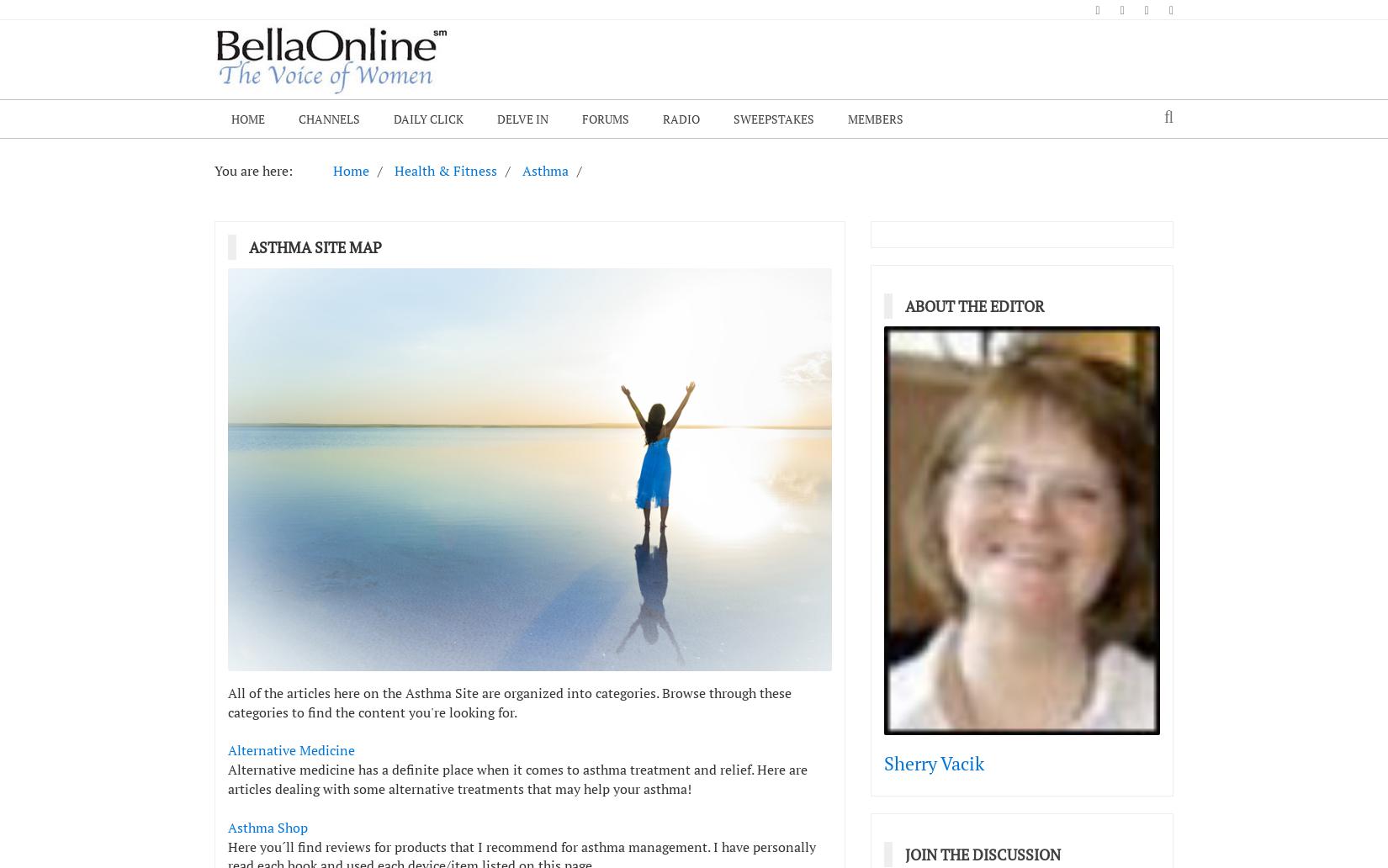 The width and height of the screenshot is (1388, 868). What do you see at coordinates (517, 778) in the screenshot?
I see `'Alternative medicine has a definite place when it comes to asthma treatment and relief. Here are articles dealing with some alternative treatments that may help your asthma!'` at bounding box center [517, 778].